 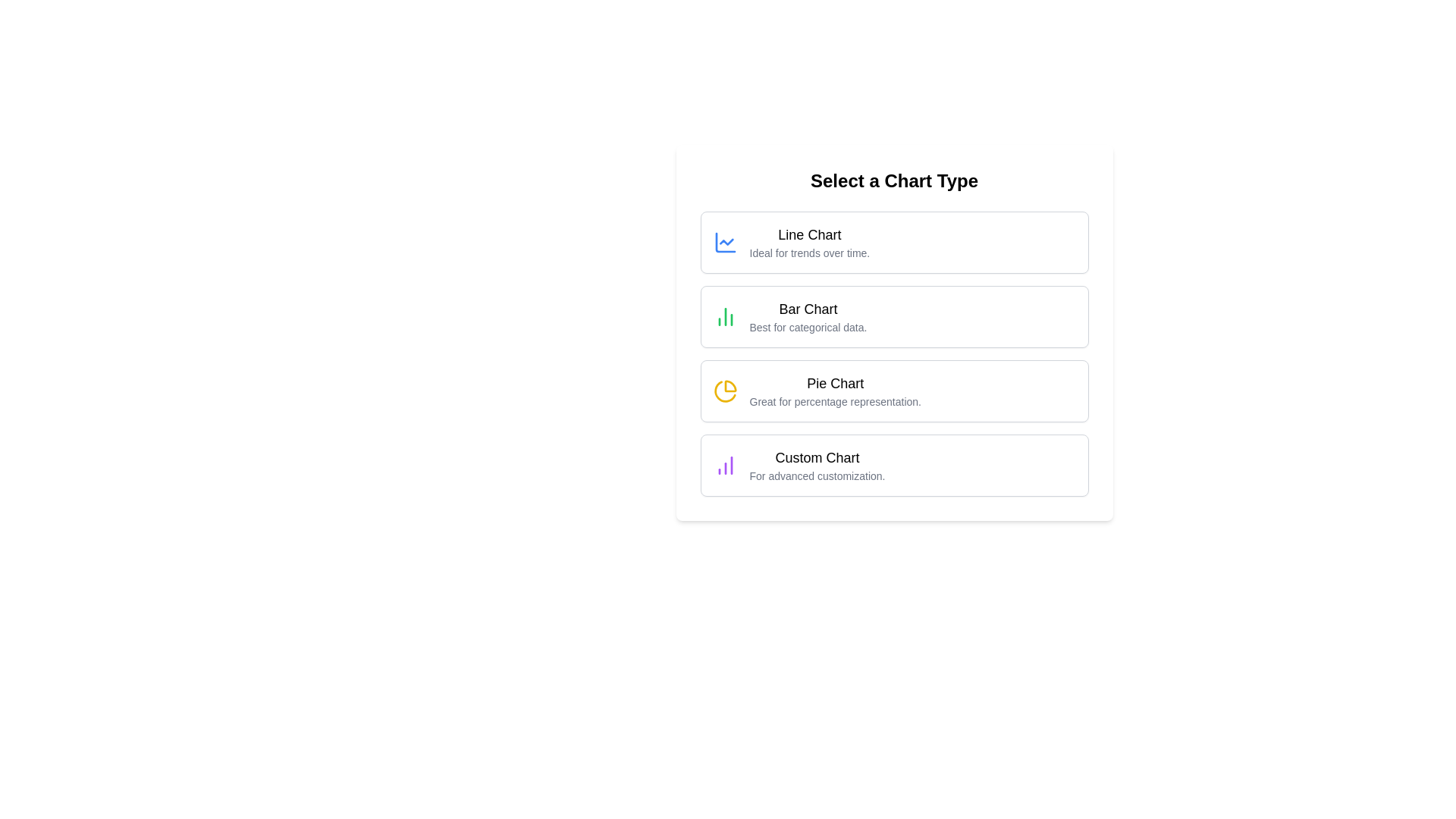 What do you see at coordinates (894, 180) in the screenshot?
I see `the Text heading that informs the user to select a chart type from the options below it` at bounding box center [894, 180].